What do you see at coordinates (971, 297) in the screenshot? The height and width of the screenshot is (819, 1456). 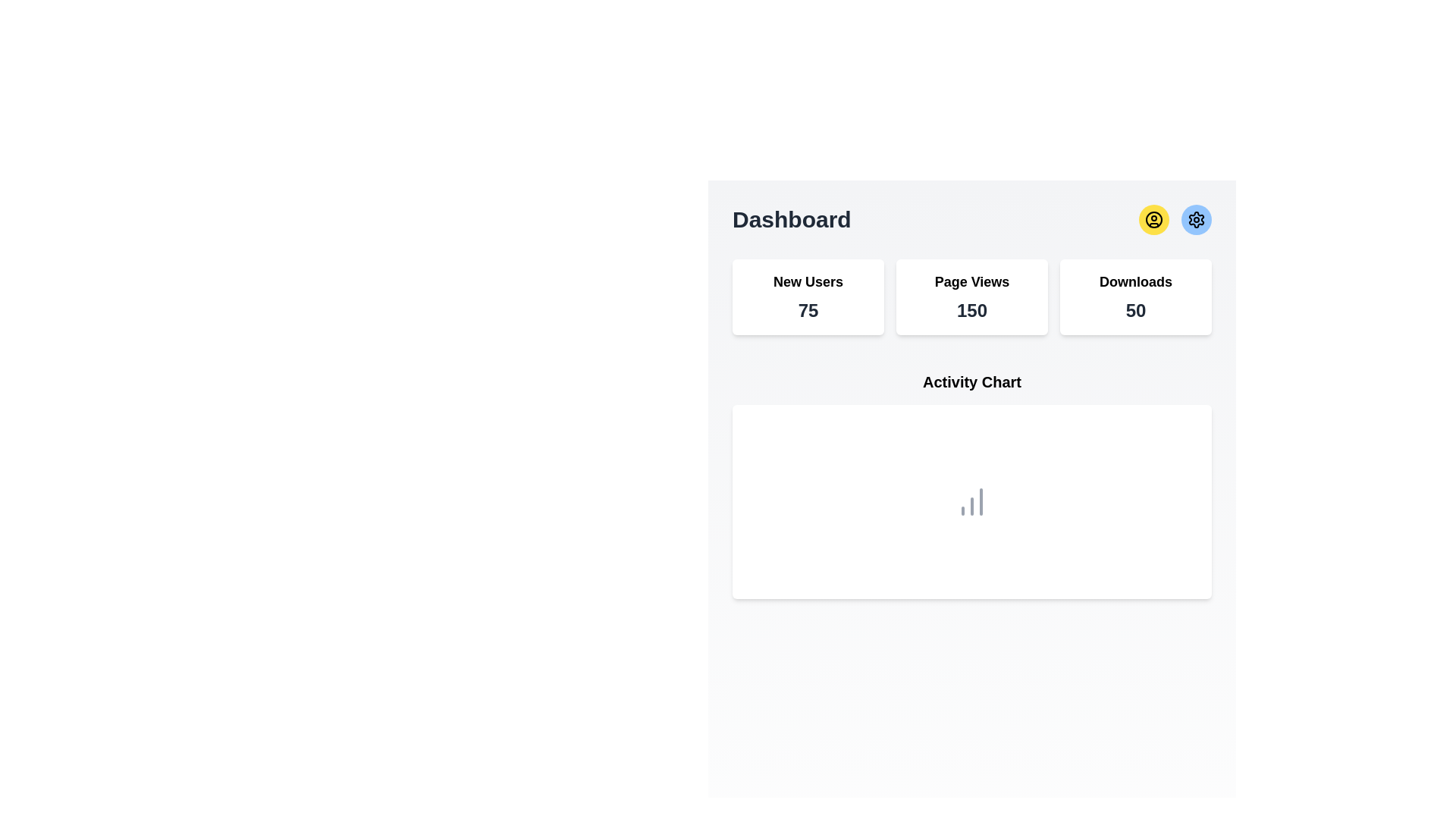 I see `the Display Card that shows 'Page Views' and '150' in a bold font, located between the 'New Users' and 'Downloads' cards` at bounding box center [971, 297].